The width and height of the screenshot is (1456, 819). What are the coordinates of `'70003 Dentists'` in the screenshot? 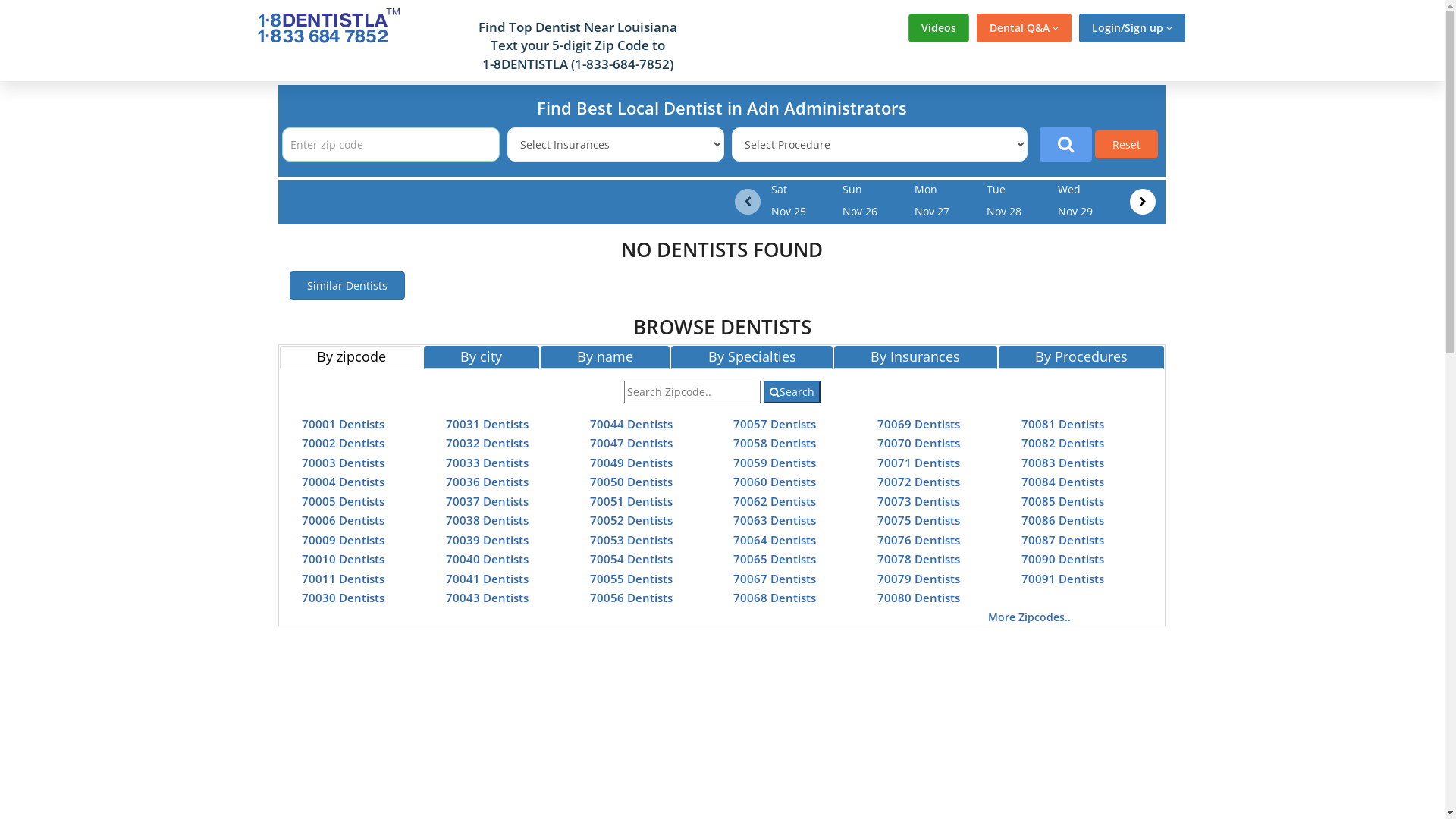 It's located at (342, 461).